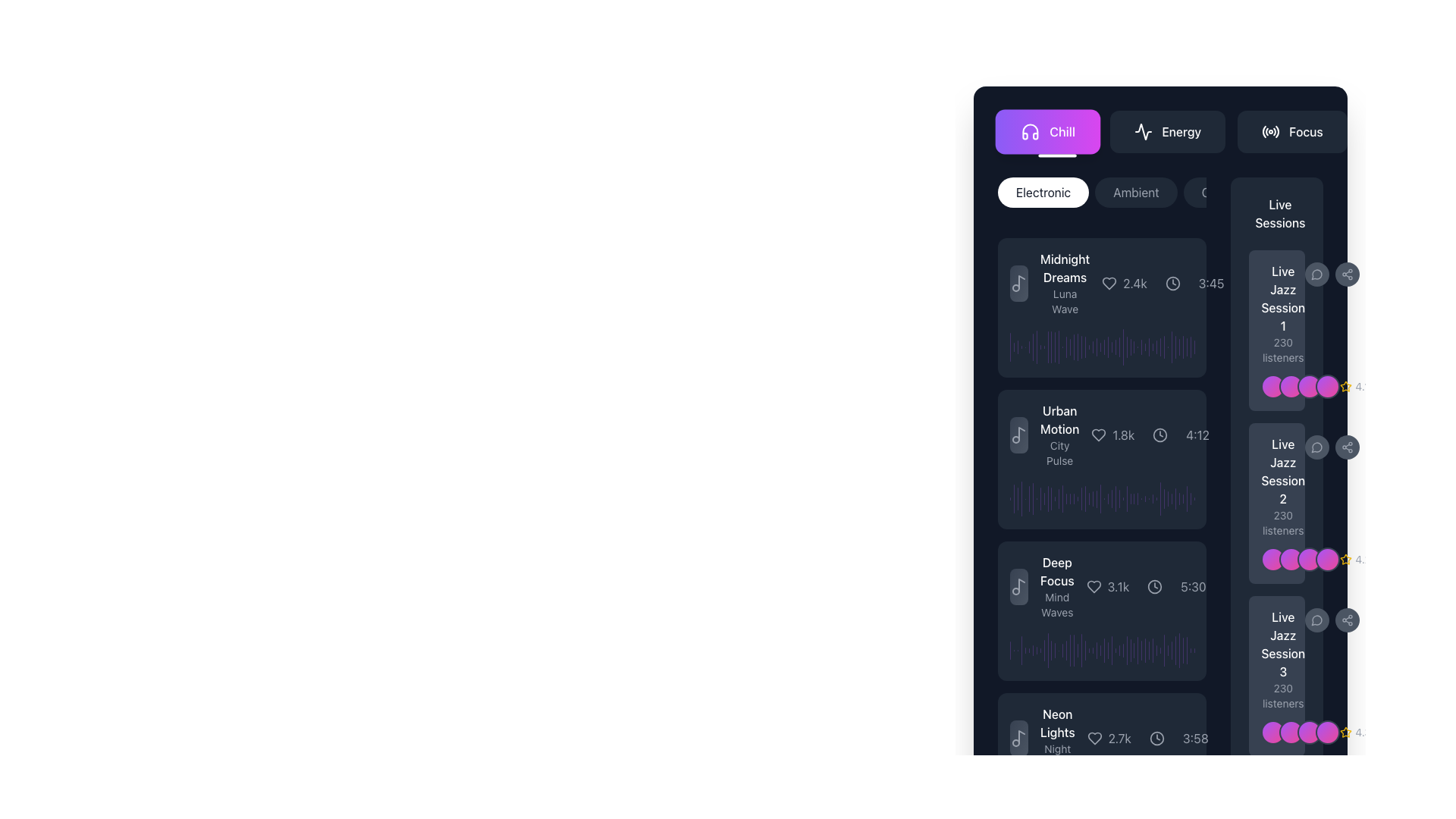 This screenshot has height=819, width=1456. I want to click on the like count '3.1k' in the Information display component, which provides audio popularity information beneath the song title 'Deep Focus' and to the right of the waveform visualization, so click(1146, 586).